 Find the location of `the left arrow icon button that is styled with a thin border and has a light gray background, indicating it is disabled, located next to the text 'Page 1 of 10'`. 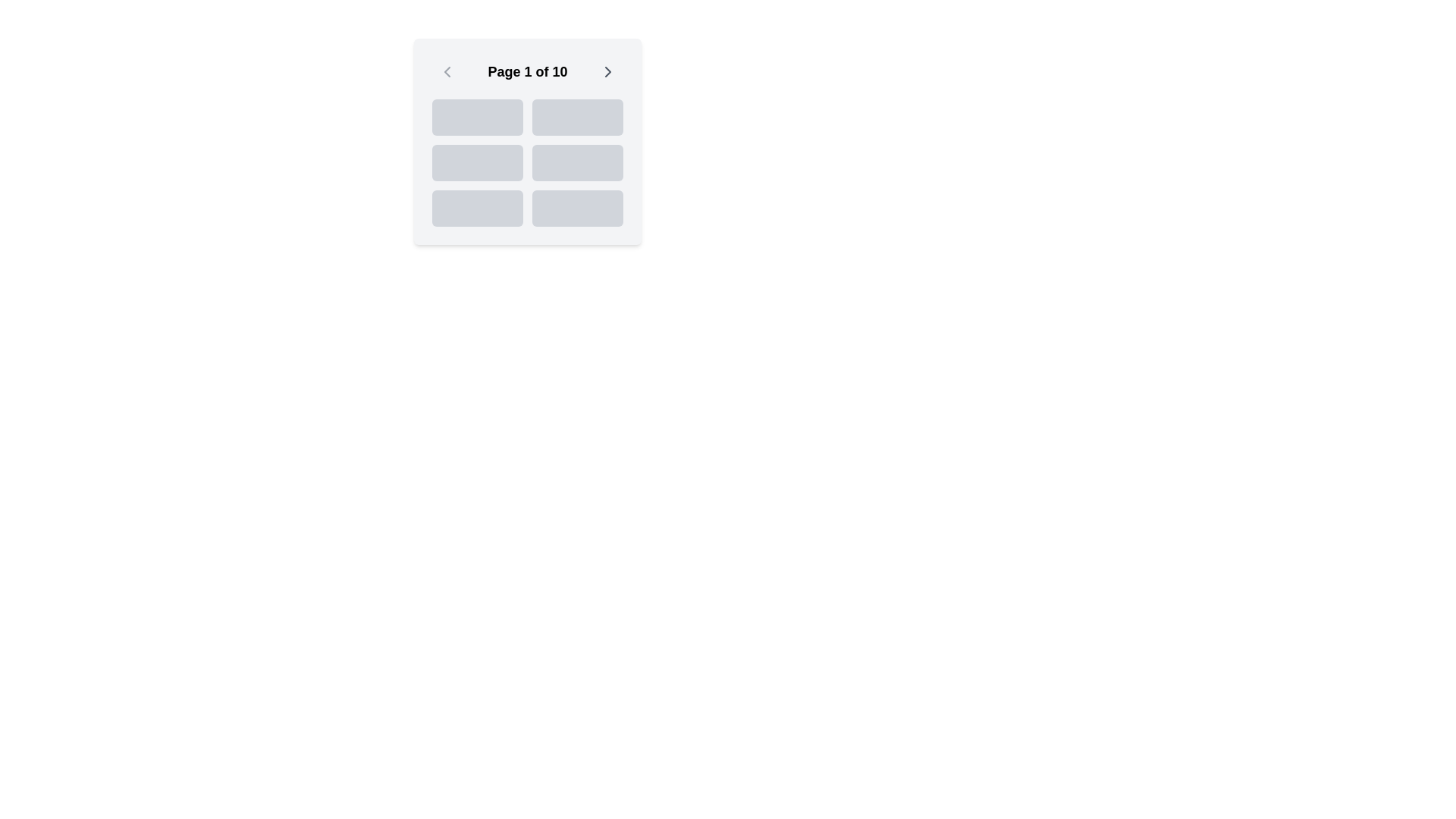

the left arrow icon button that is styled with a thin border and has a light gray background, indicating it is disabled, located next to the text 'Page 1 of 10' is located at coordinates (447, 72).